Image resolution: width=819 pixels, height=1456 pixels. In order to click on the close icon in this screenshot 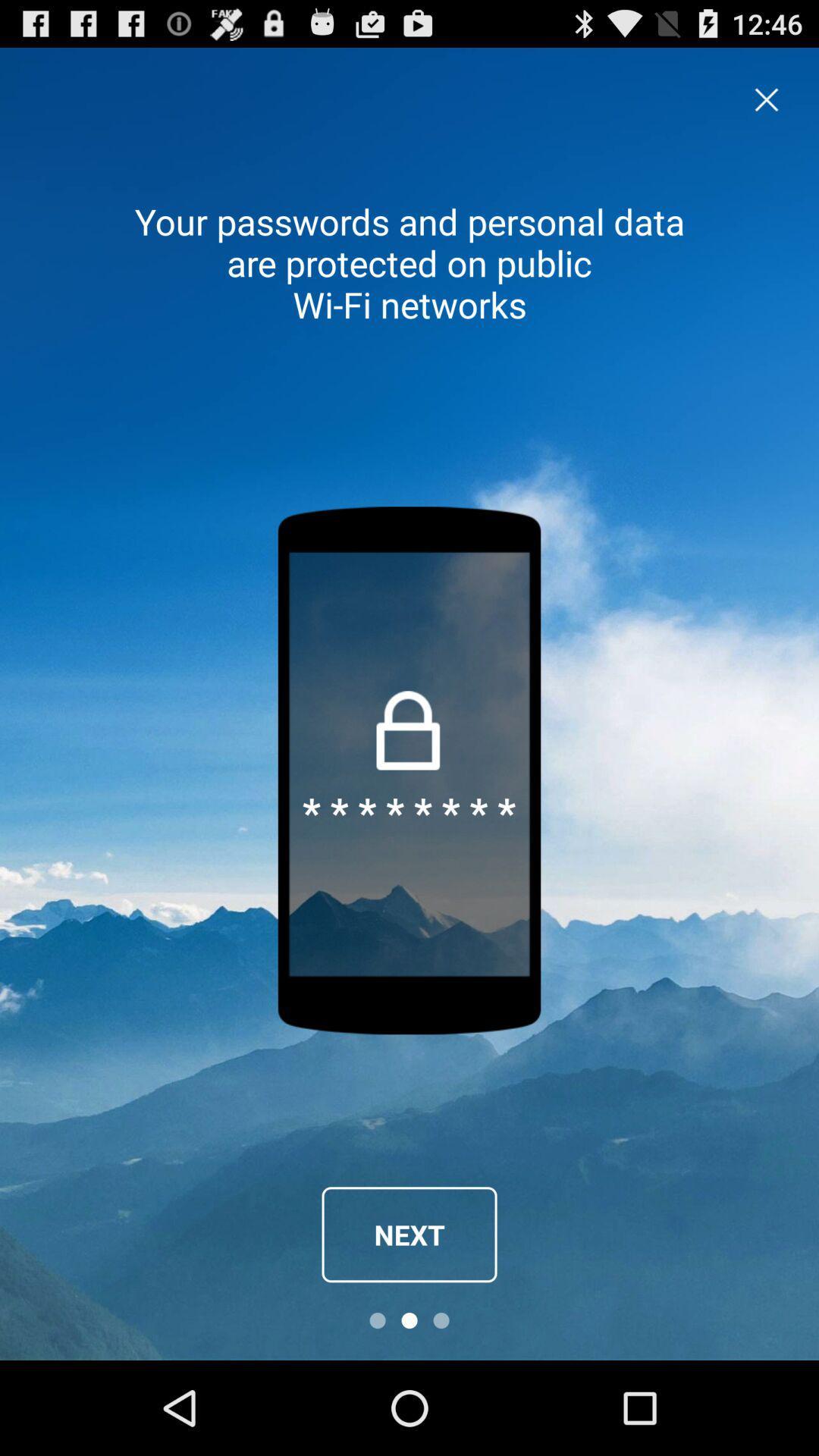, I will do `click(766, 105)`.